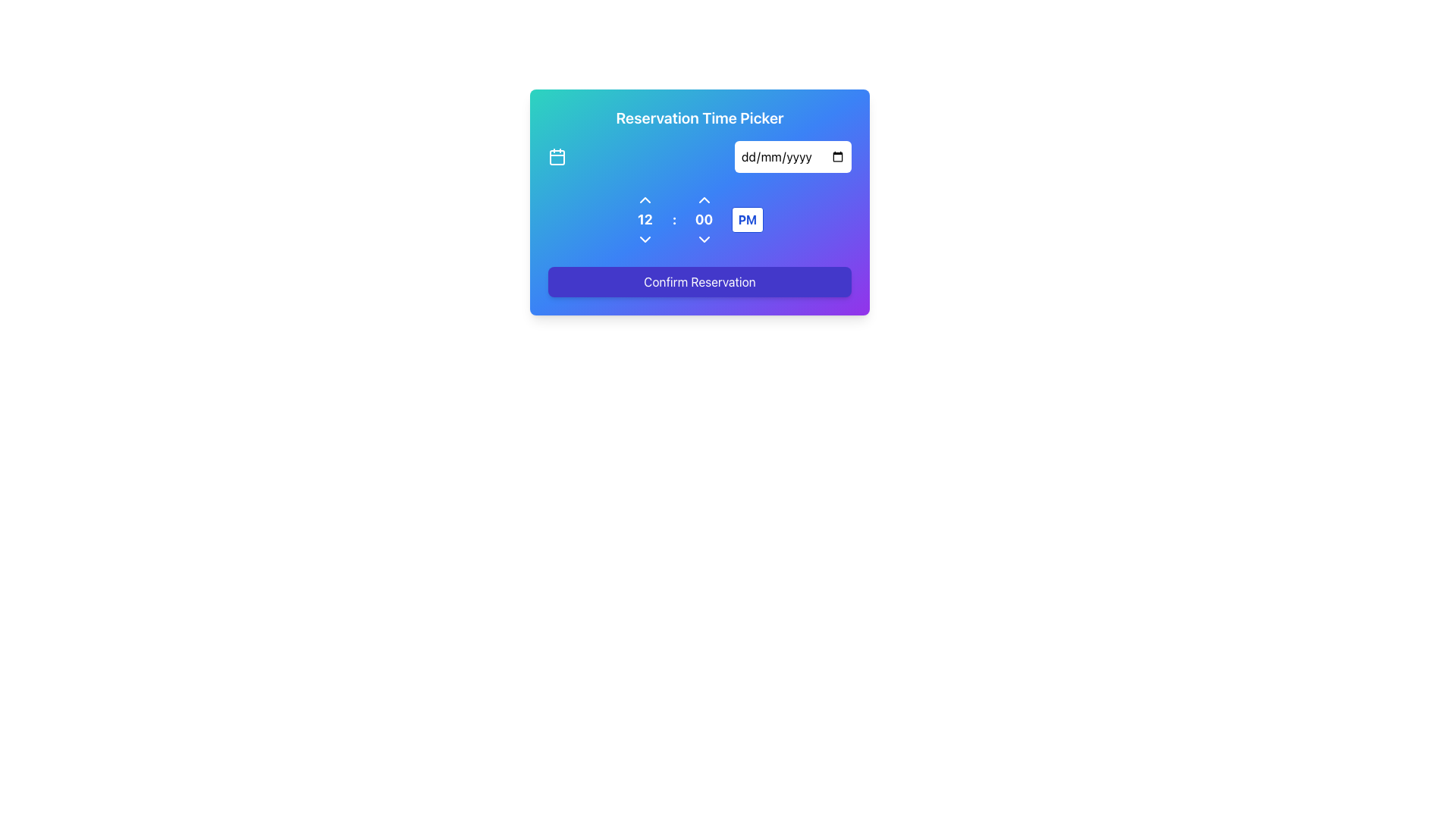 Image resolution: width=1456 pixels, height=819 pixels. I want to click on the Text Display that shows the current value of a selectable attribute in the time picker, located centrally between the up and down arrow icons, so click(645, 219).